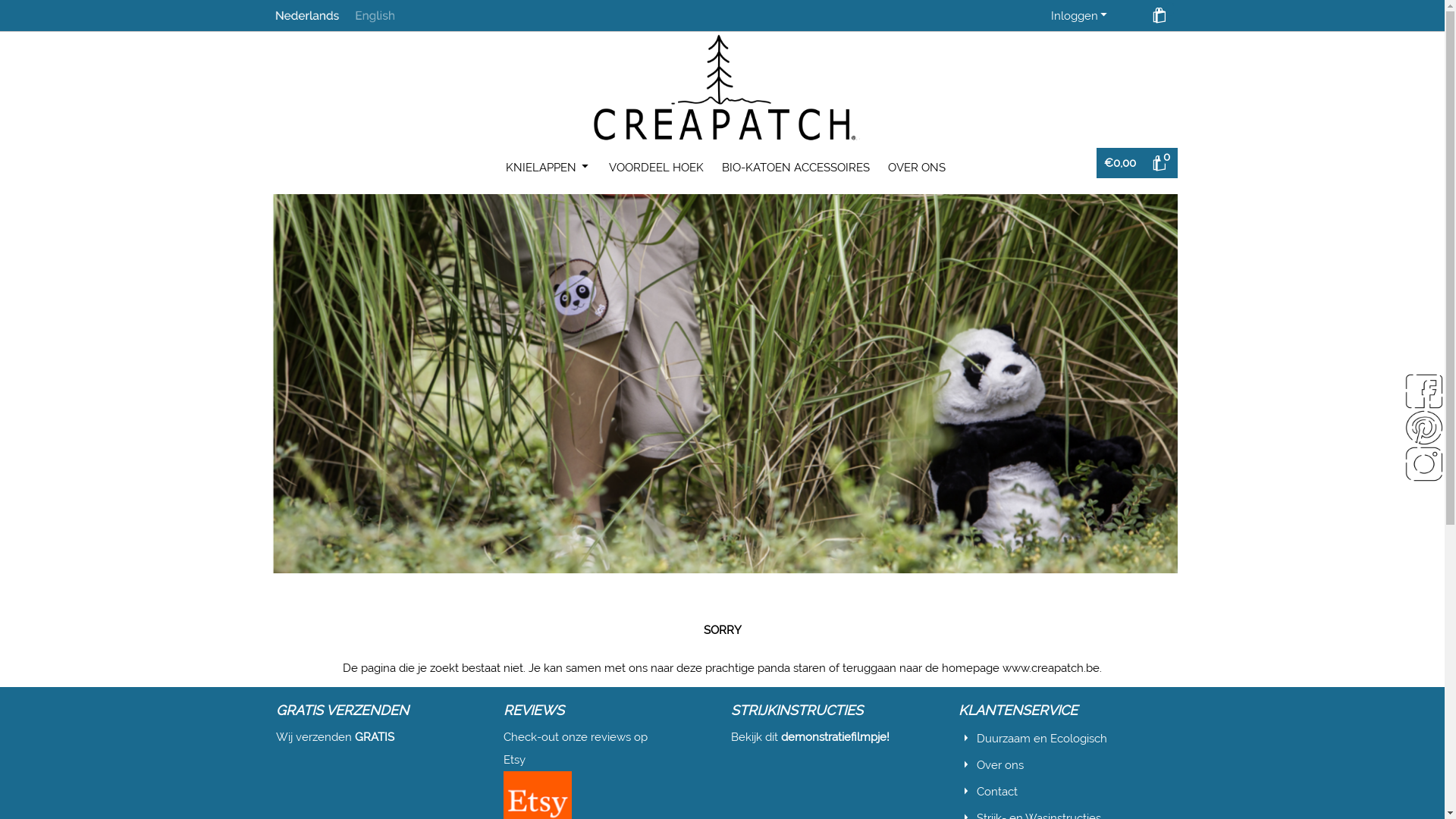 The height and width of the screenshot is (819, 1456). I want to click on 'KNIELAPPEN', so click(497, 167).